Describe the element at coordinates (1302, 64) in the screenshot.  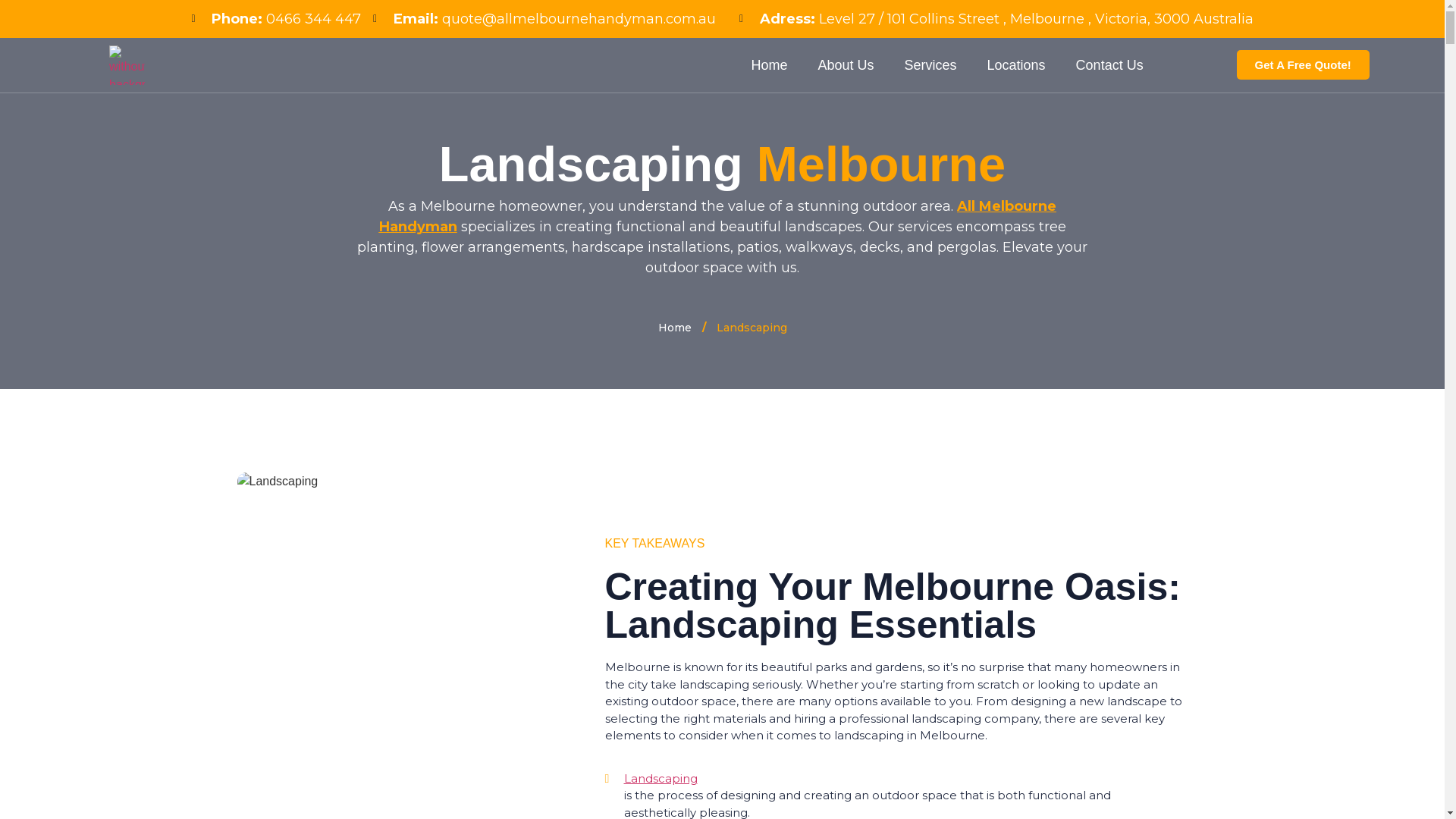
I see `'Get A Free Quote!'` at that location.